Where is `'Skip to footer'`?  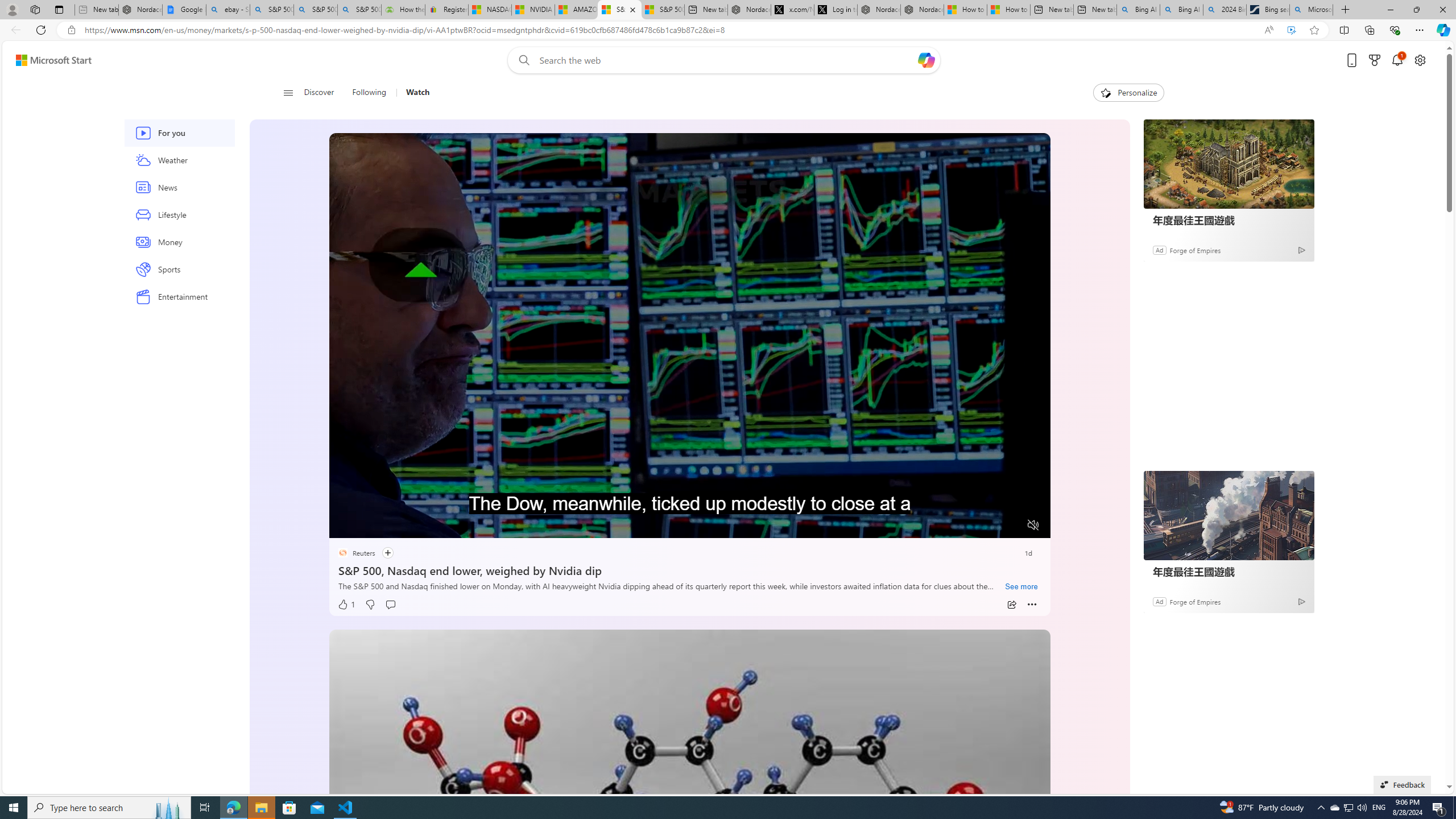
'Skip to footer' is located at coordinates (46, 59).